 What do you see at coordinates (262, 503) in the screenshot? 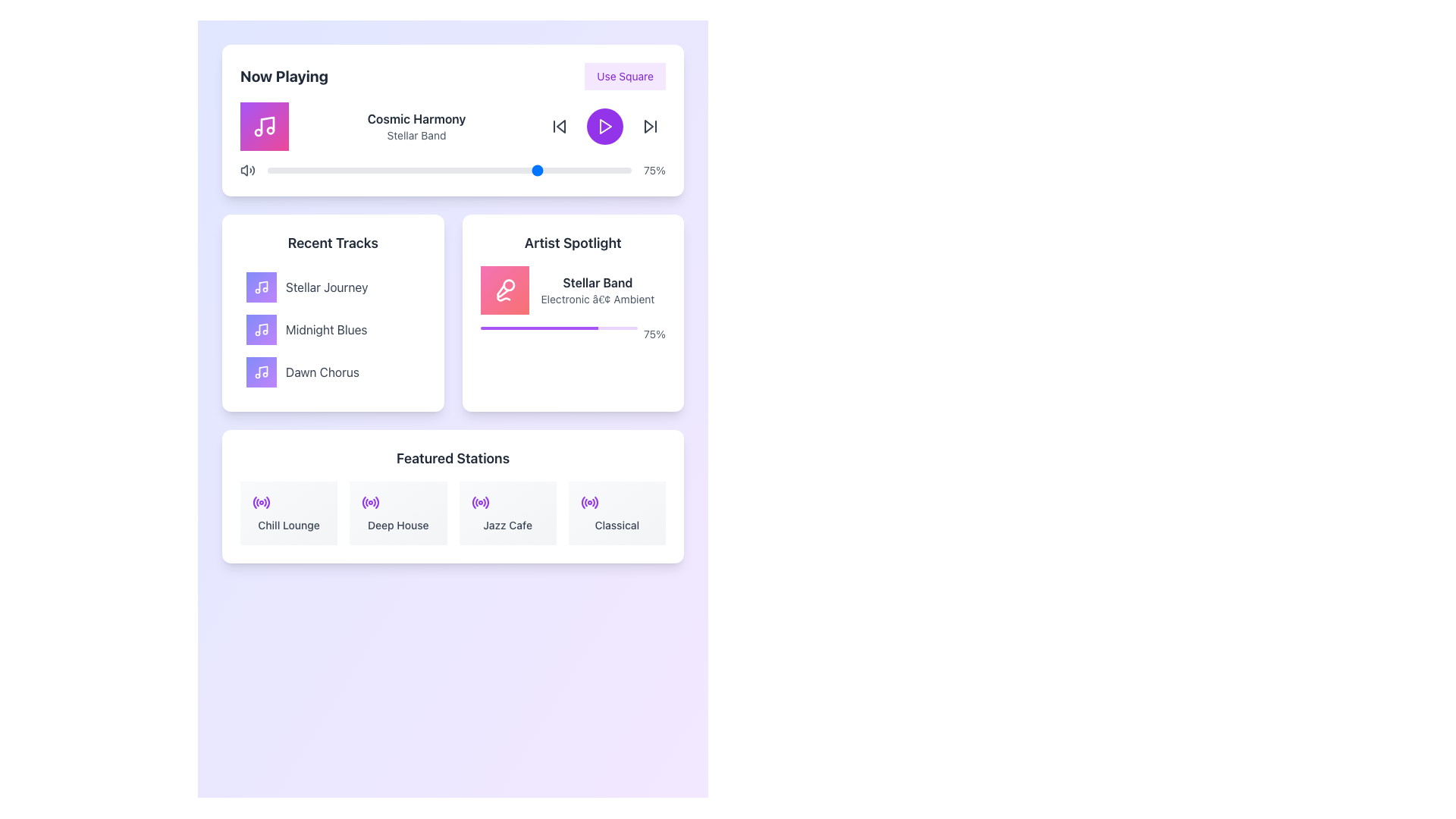
I see `the circular purple radio signal icon with concentric waves located in the 'Featured Stations' section of the 'Chill Lounge' card` at bounding box center [262, 503].